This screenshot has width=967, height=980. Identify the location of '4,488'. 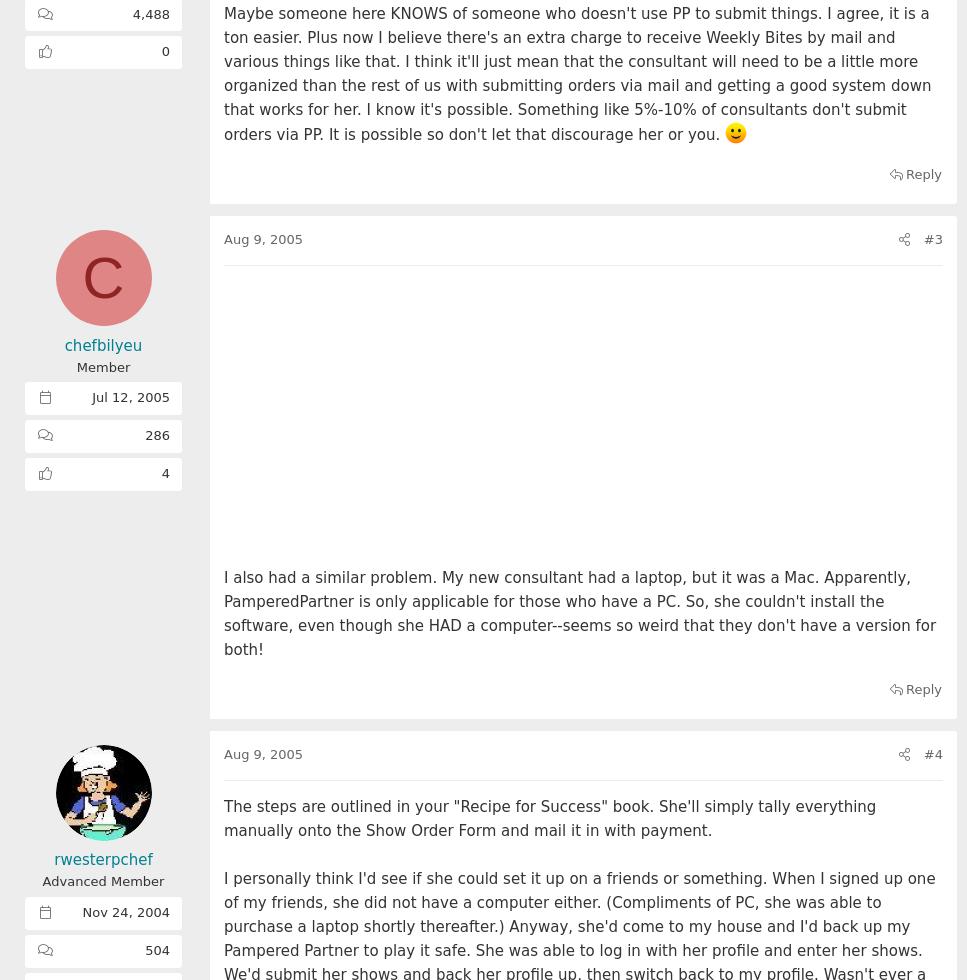
(130, 13).